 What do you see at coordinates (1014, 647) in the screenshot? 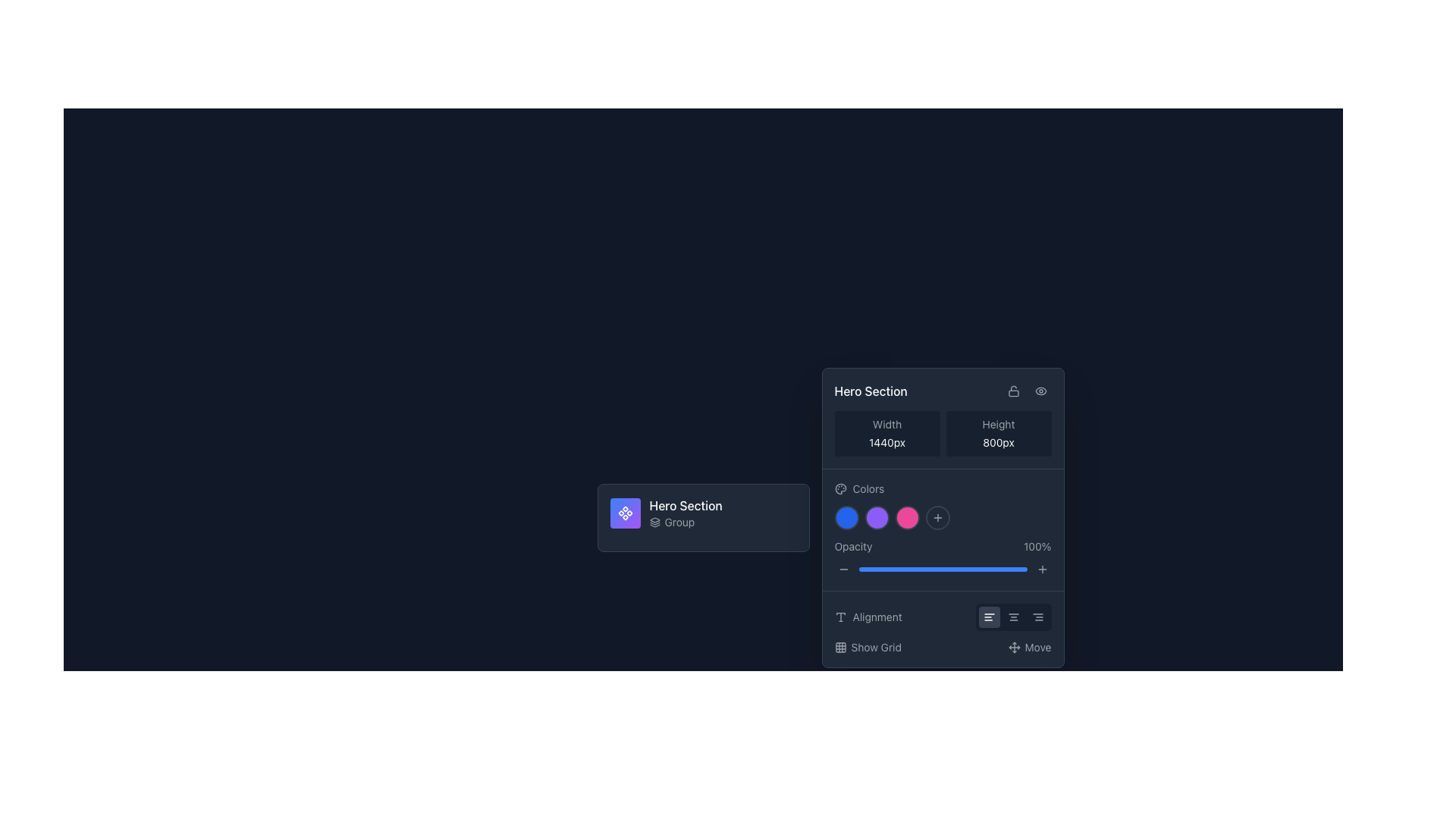
I see `the move icon located` at bounding box center [1014, 647].